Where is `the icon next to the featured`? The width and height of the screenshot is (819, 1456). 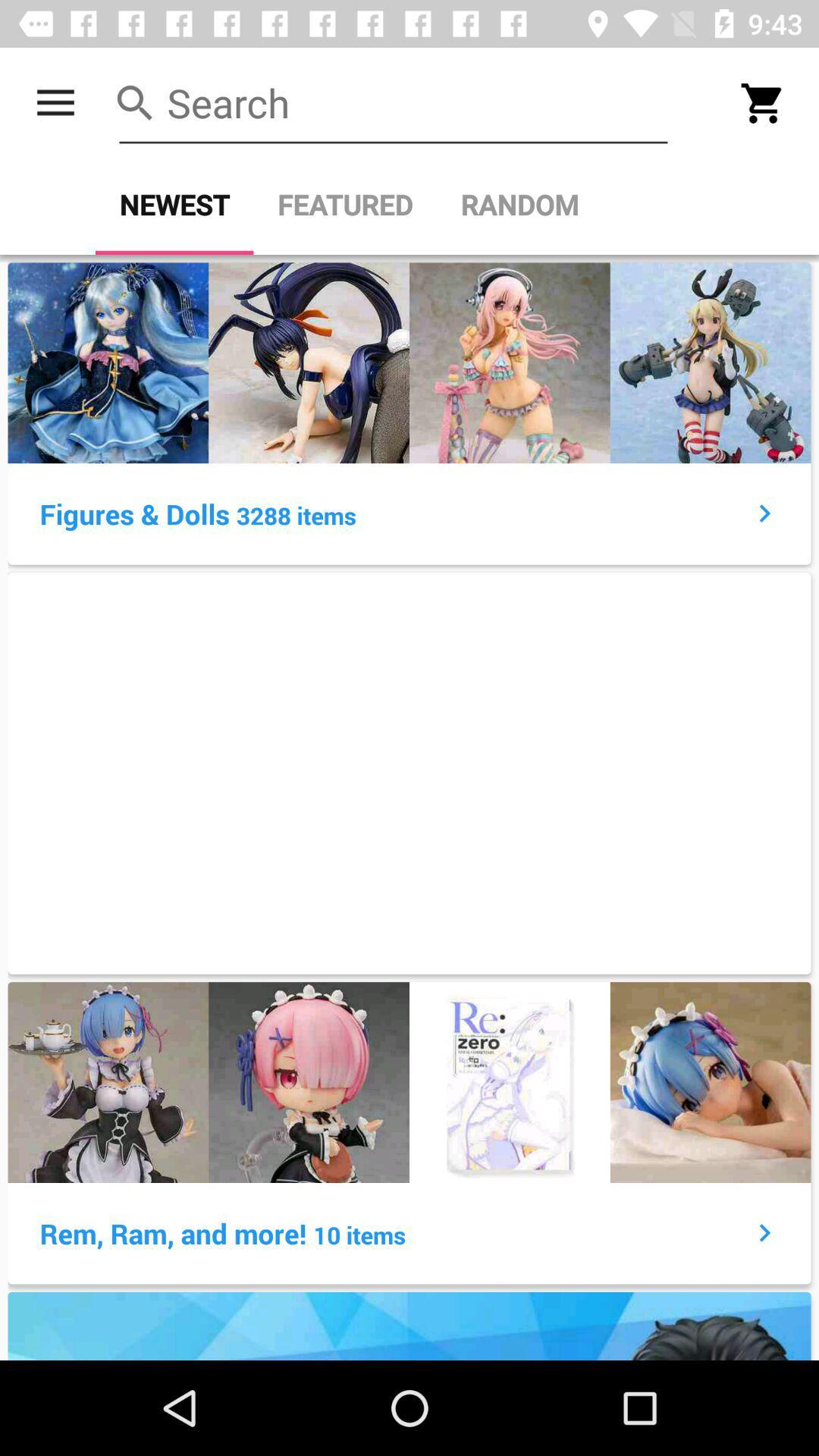
the icon next to the featured is located at coordinates (519, 204).